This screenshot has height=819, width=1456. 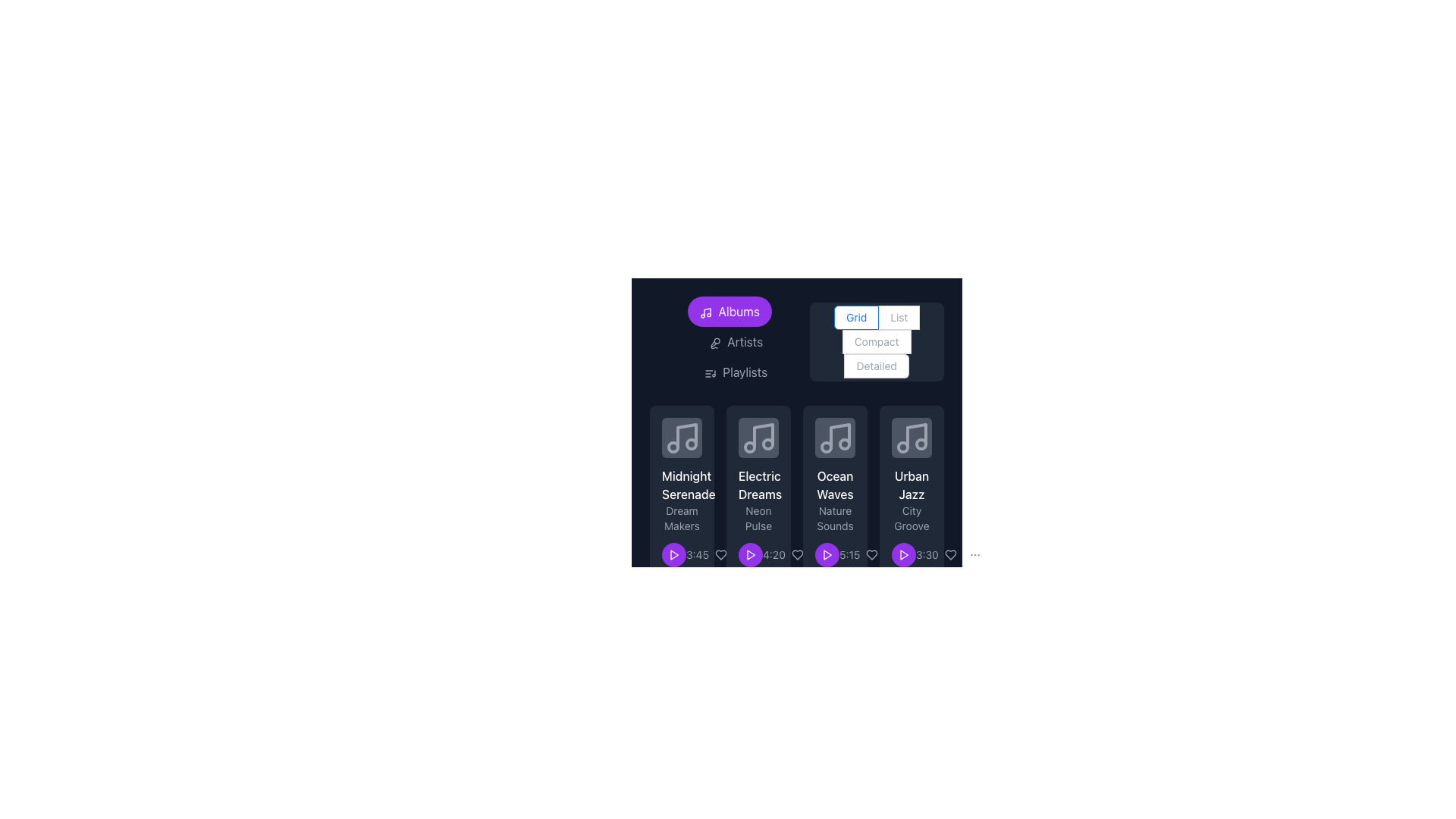 What do you see at coordinates (877, 366) in the screenshot?
I see `the fourth radio button in the button group that switches the view mode to a detailed layout` at bounding box center [877, 366].